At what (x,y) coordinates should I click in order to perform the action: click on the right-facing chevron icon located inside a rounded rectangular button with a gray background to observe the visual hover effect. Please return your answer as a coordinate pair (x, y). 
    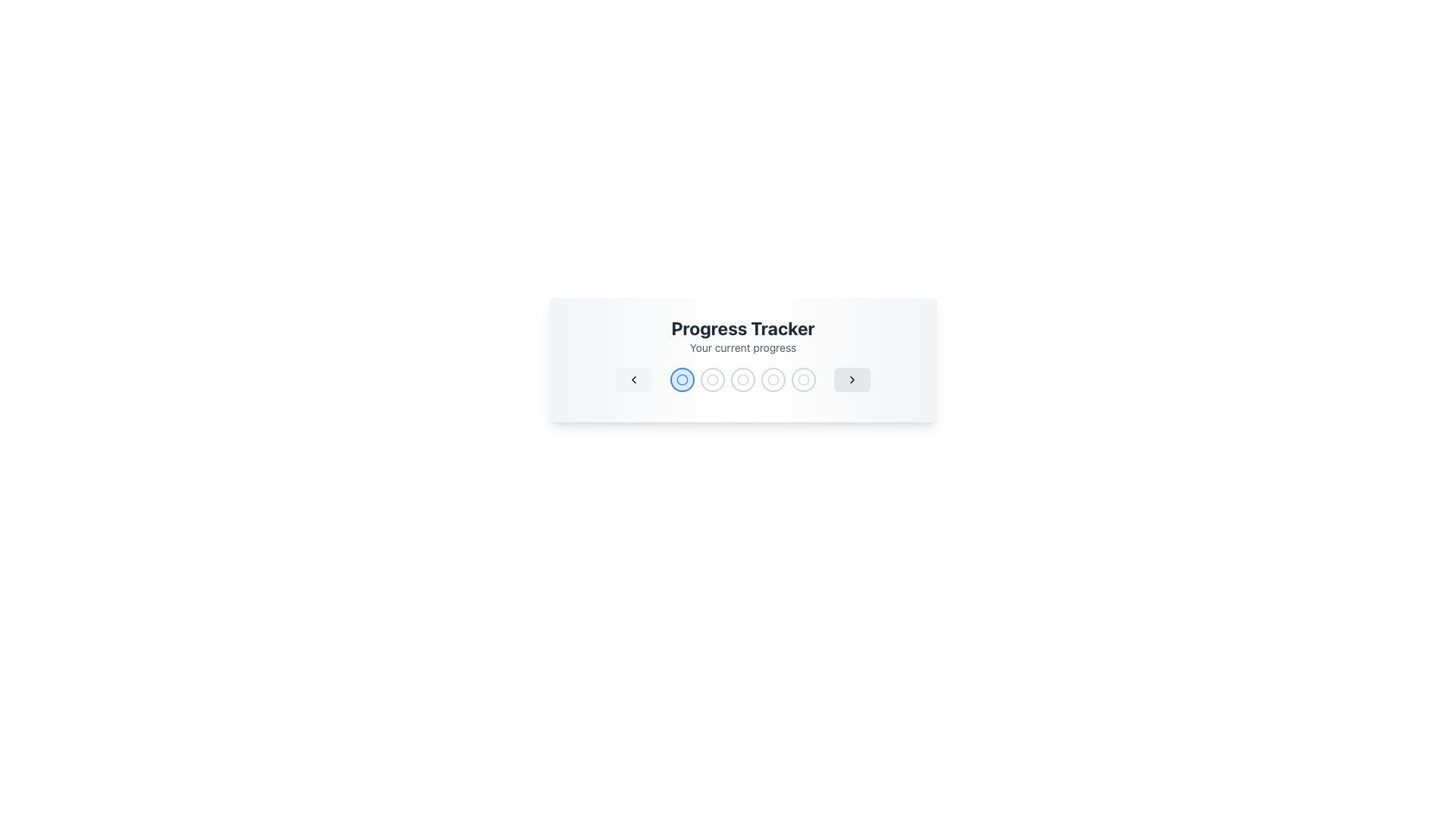
    Looking at the image, I should click on (852, 379).